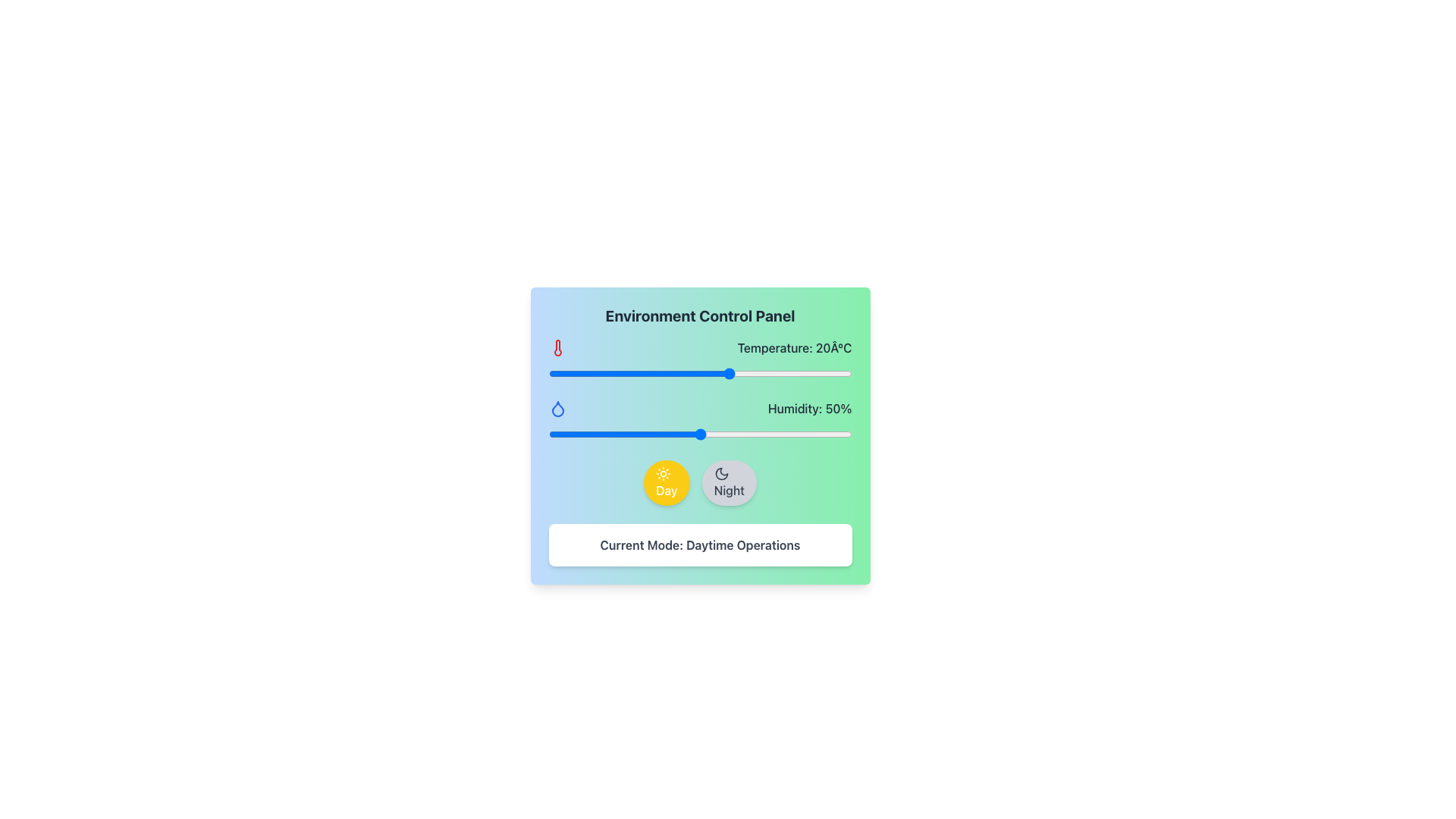 The height and width of the screenshot is (819, 1456). I want to click on the humidity, so click(827, 435).